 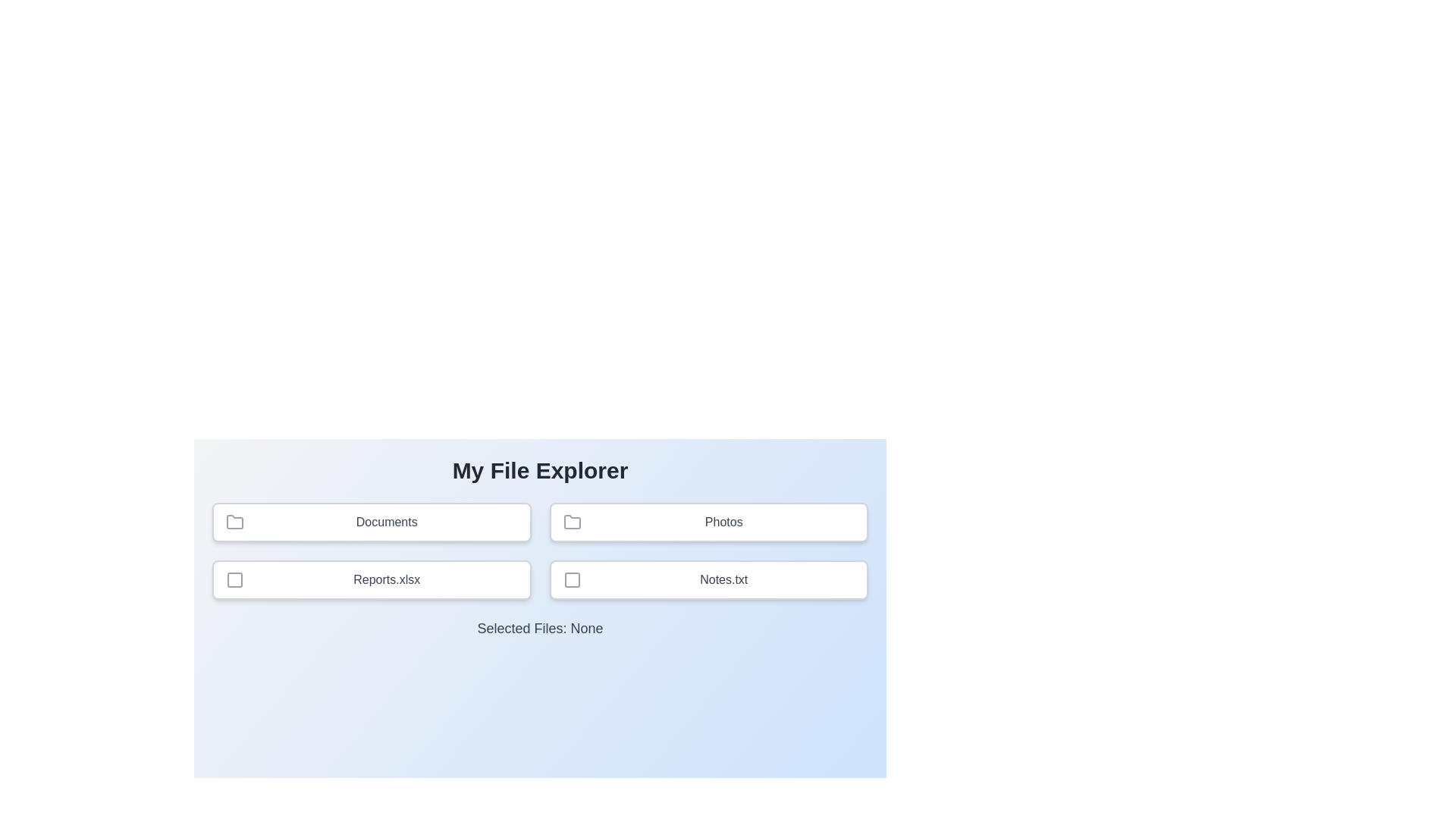 I want to click on the item Reports.xlsx by clicking on it, so click(x=371, y=579).